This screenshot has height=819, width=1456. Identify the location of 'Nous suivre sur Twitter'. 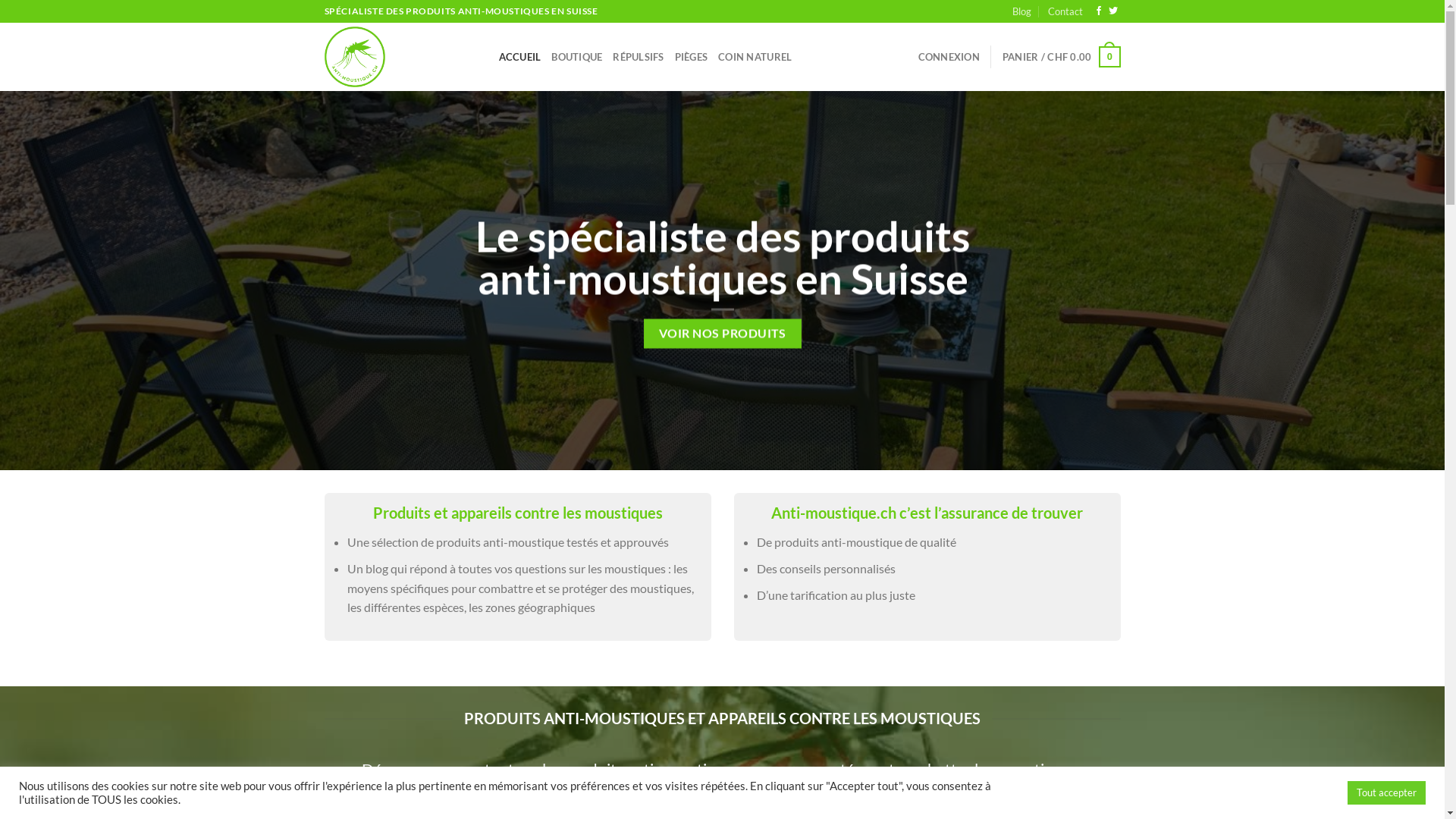
(1113, 11).